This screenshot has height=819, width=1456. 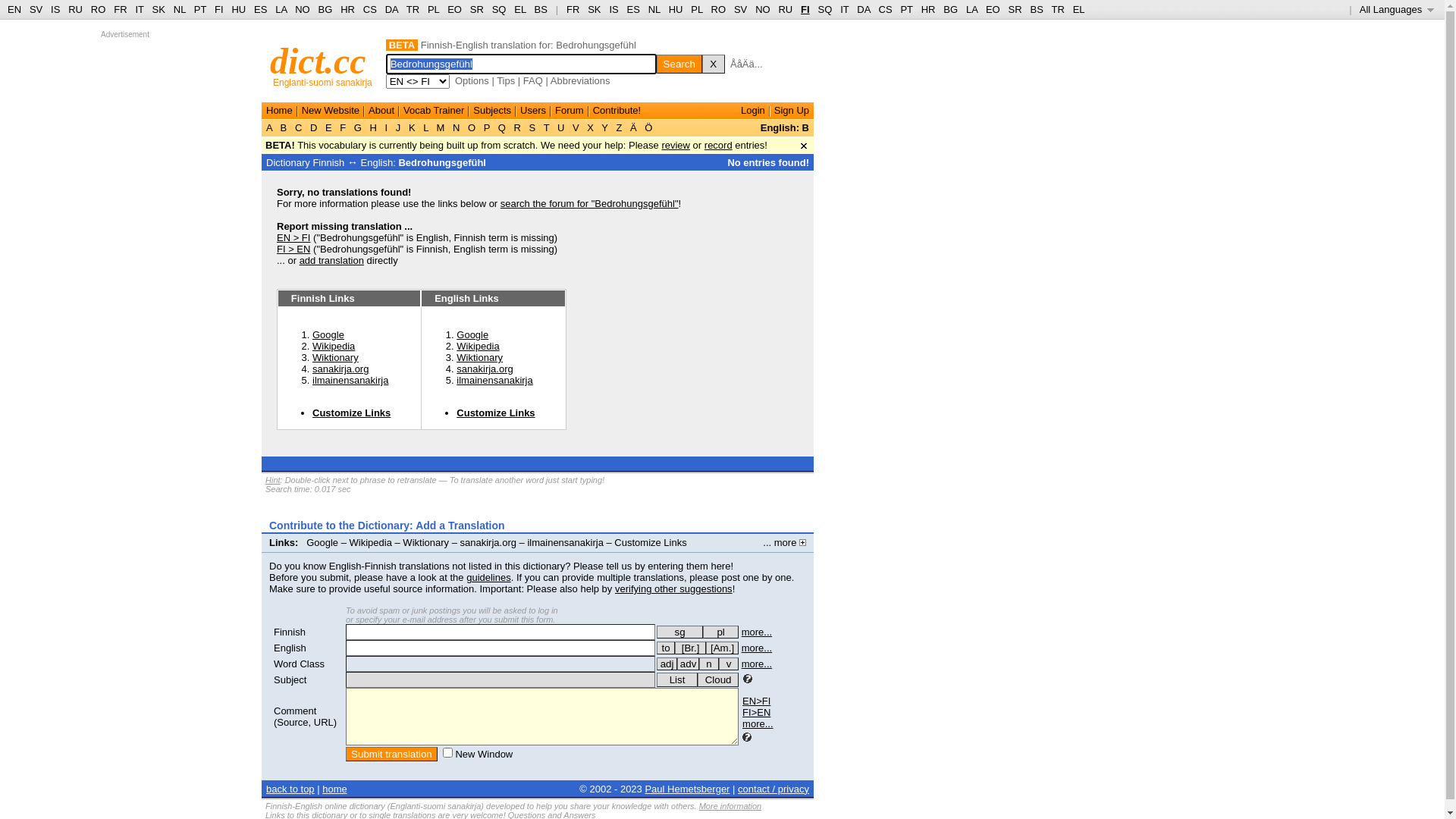 I want to click on 'CS', so click(x=884, y=9).